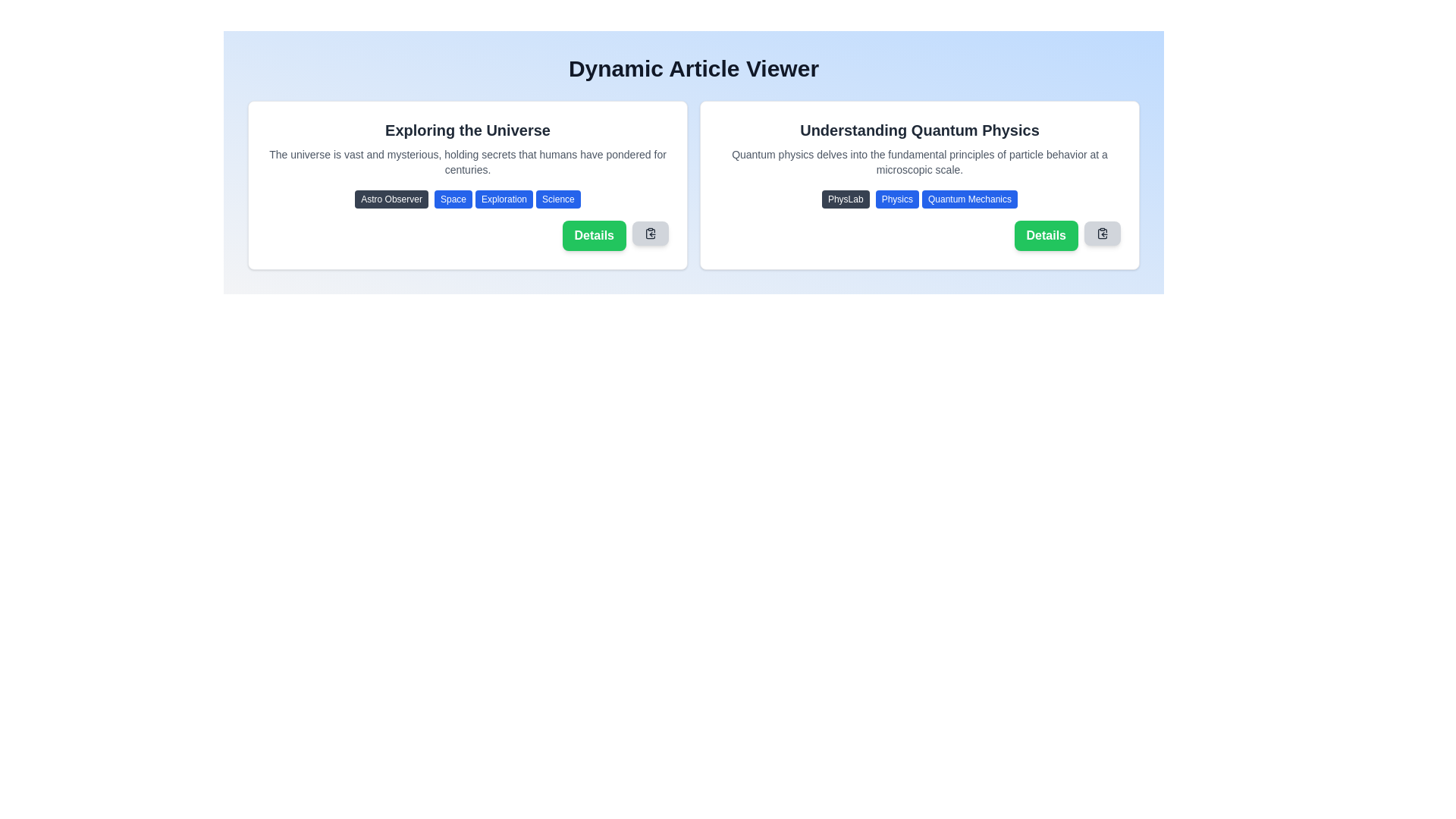  What do you see at coordinates (919, 162) in the screenshot?
I see `the paragraph of text styled with a small font size and light gray color, which is positioned below the title 'Understanding Quantum Physics'` at bounding box center [919, 162].